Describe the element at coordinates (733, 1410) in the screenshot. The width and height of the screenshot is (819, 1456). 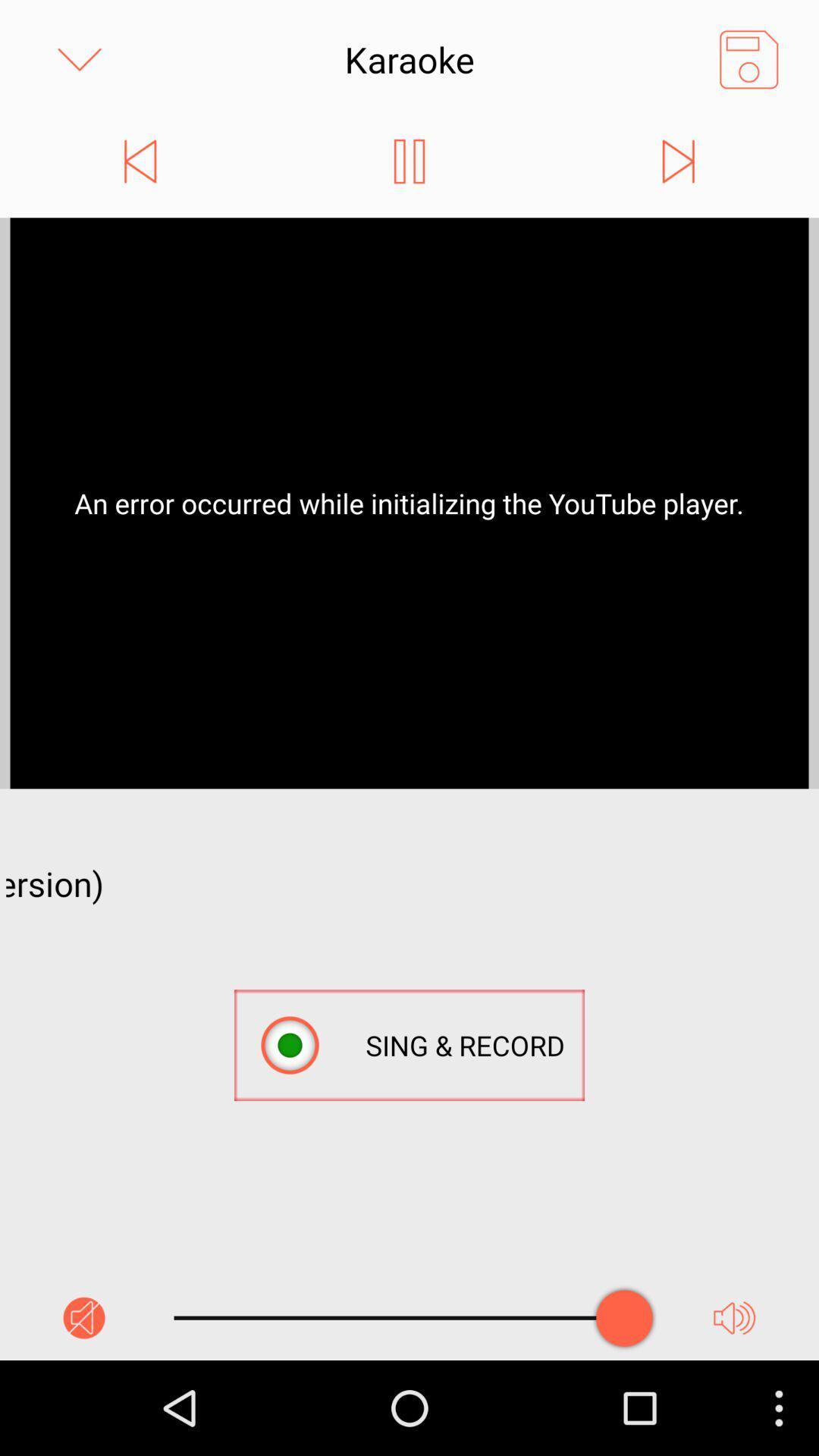
I see `the volume icon` at that location.